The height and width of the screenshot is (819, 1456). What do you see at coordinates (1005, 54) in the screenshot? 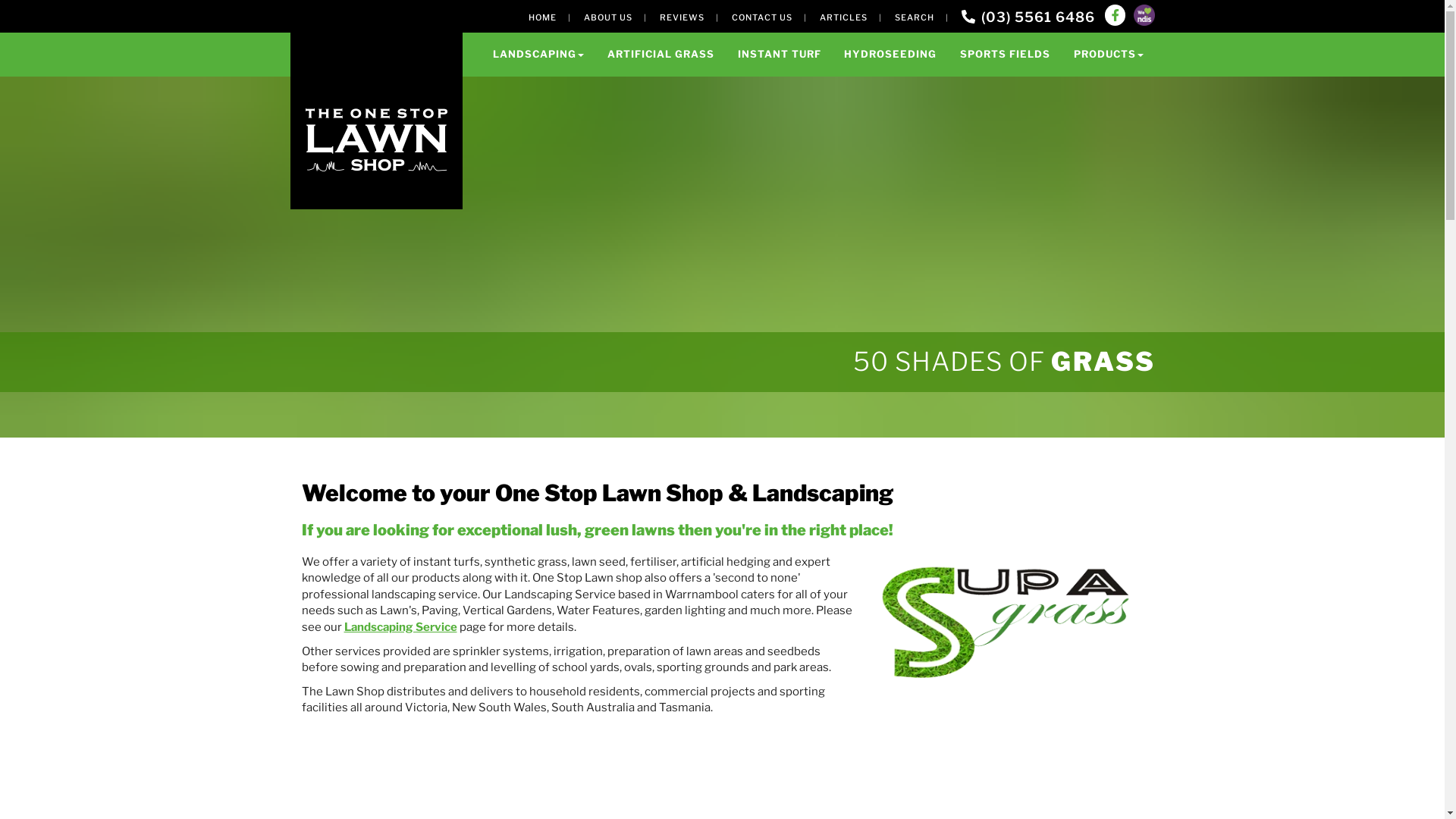
I see `'SPORTS FIELDS'` at bounding box center [1005, 54].